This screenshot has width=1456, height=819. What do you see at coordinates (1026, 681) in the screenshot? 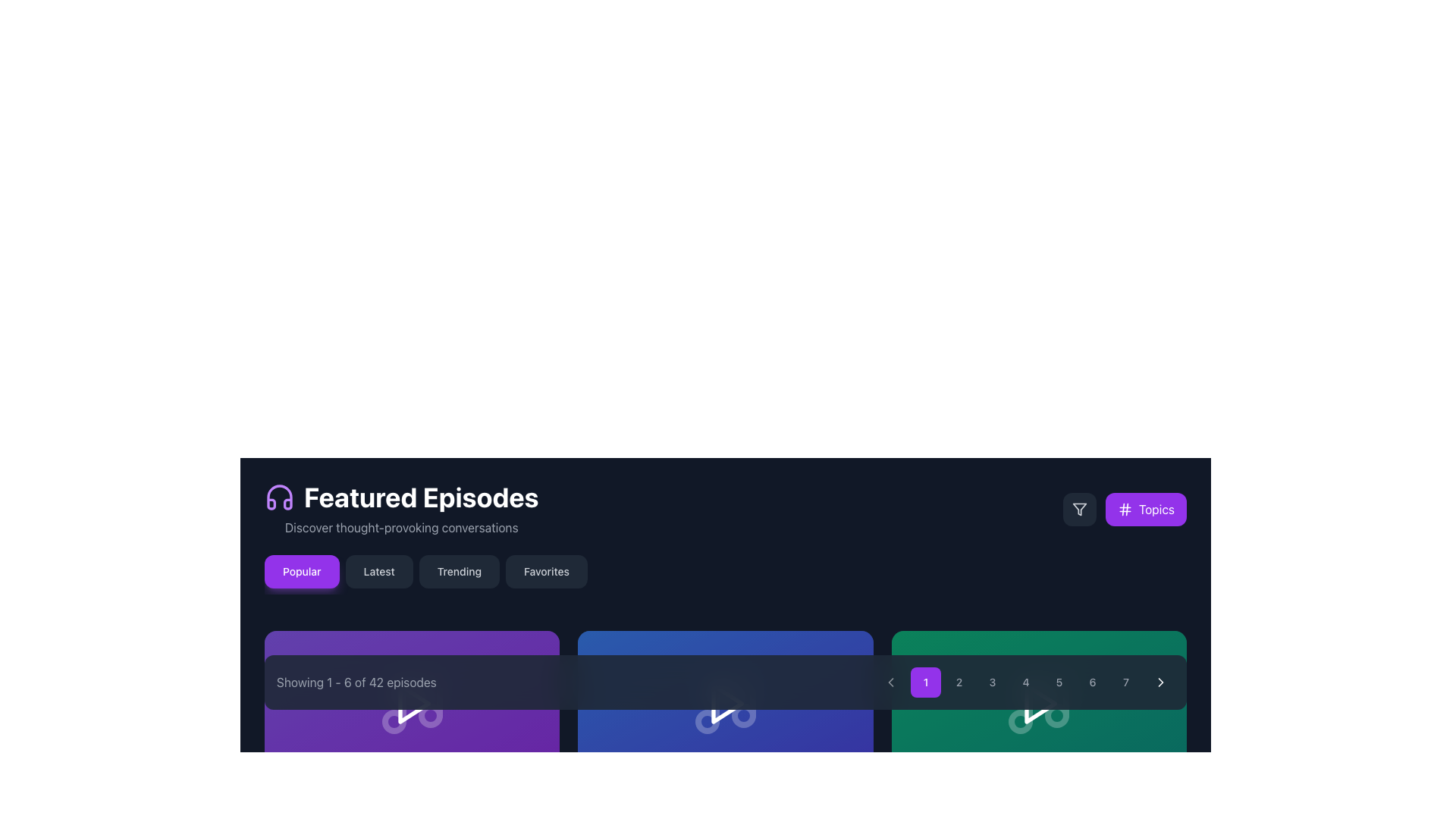
I see `the circular gray button displaying the number 4` at bounding box center [1026, 681].